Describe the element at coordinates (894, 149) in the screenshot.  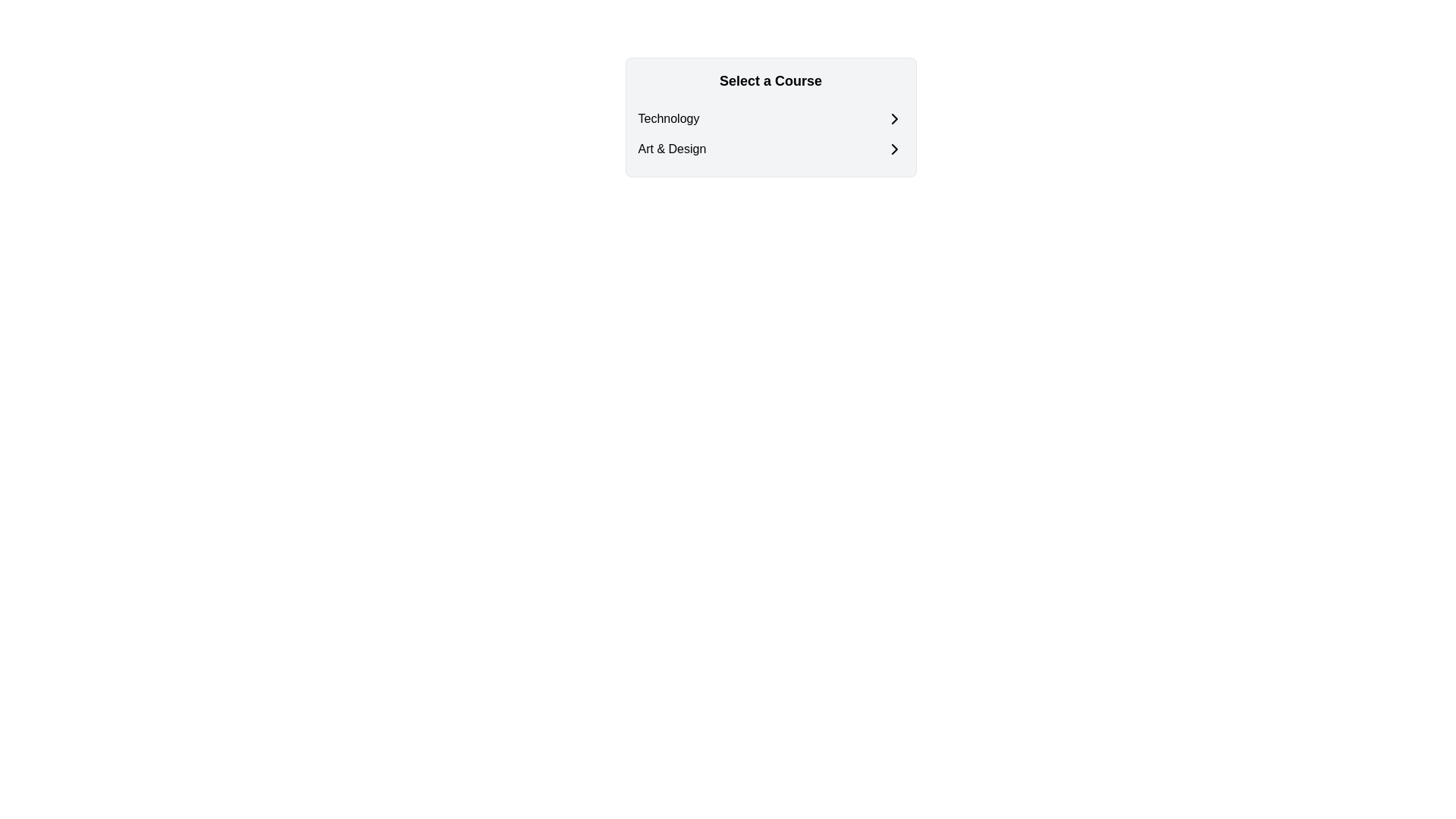
I see `the rightward Chevron icon adjacent to the 'Art & Design' label to proceed to the next stage` at that location.